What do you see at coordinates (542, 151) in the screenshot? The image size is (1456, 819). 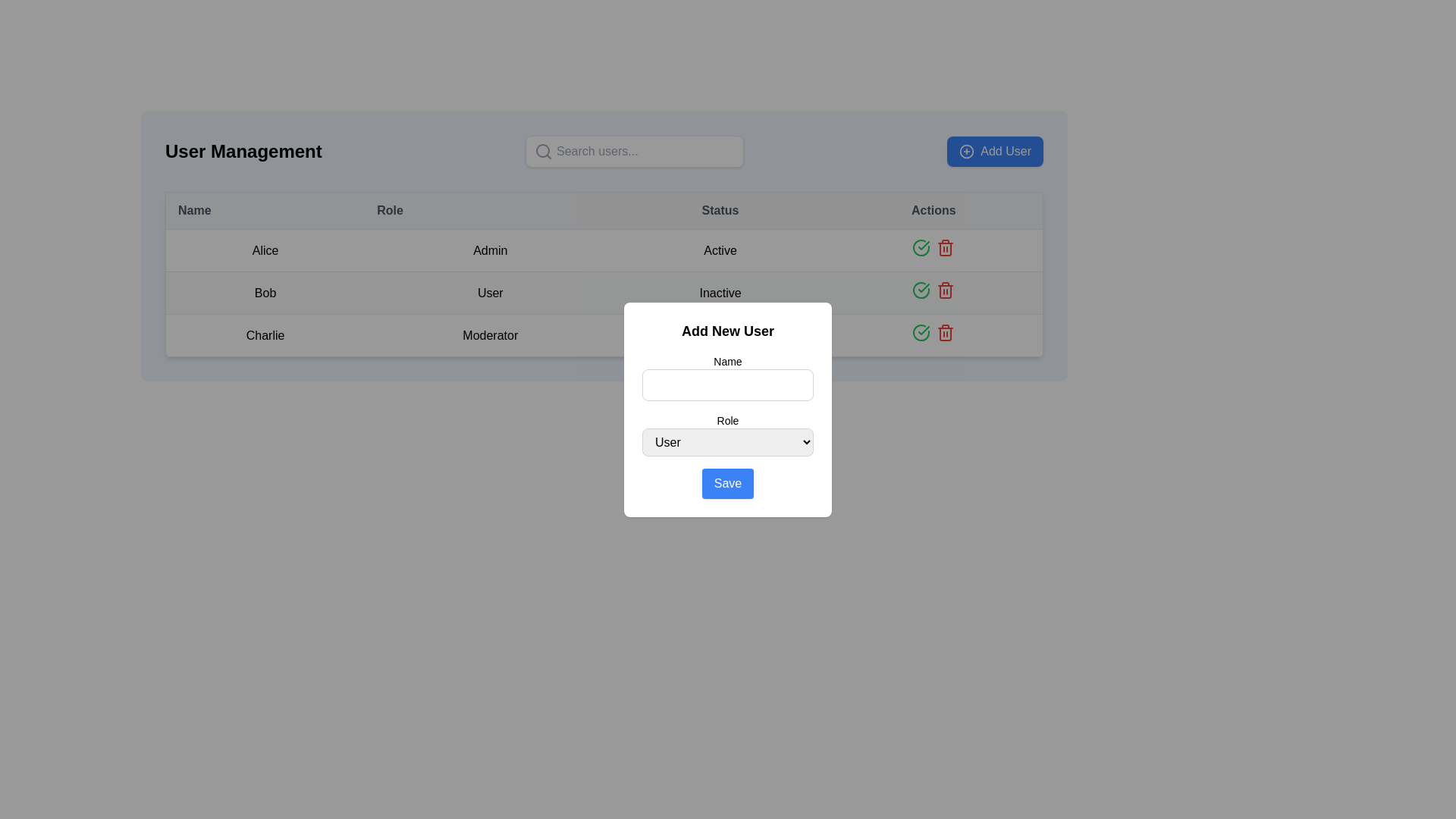 I see `the lens part of the magnifying glass icon, which symbolizes search functionality, located near the left edge of the search input bar in the user management section` at bounding box center [542, 151].